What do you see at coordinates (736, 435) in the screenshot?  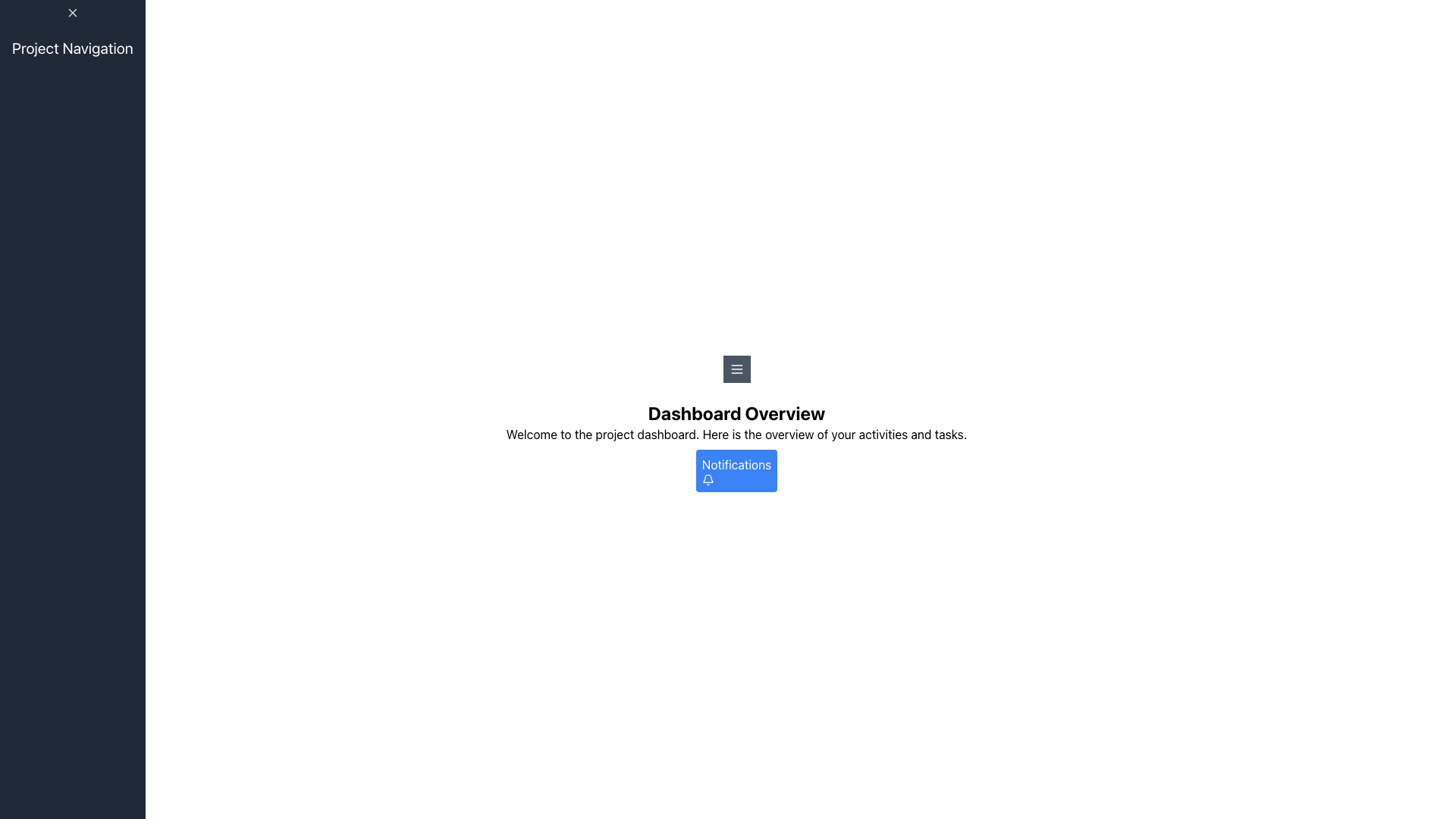 I see `the static text field that provides a welcoming overview of the dashboard's purpose and functionality, located above the 'Notifications' button` at bounding box center [736, 435].